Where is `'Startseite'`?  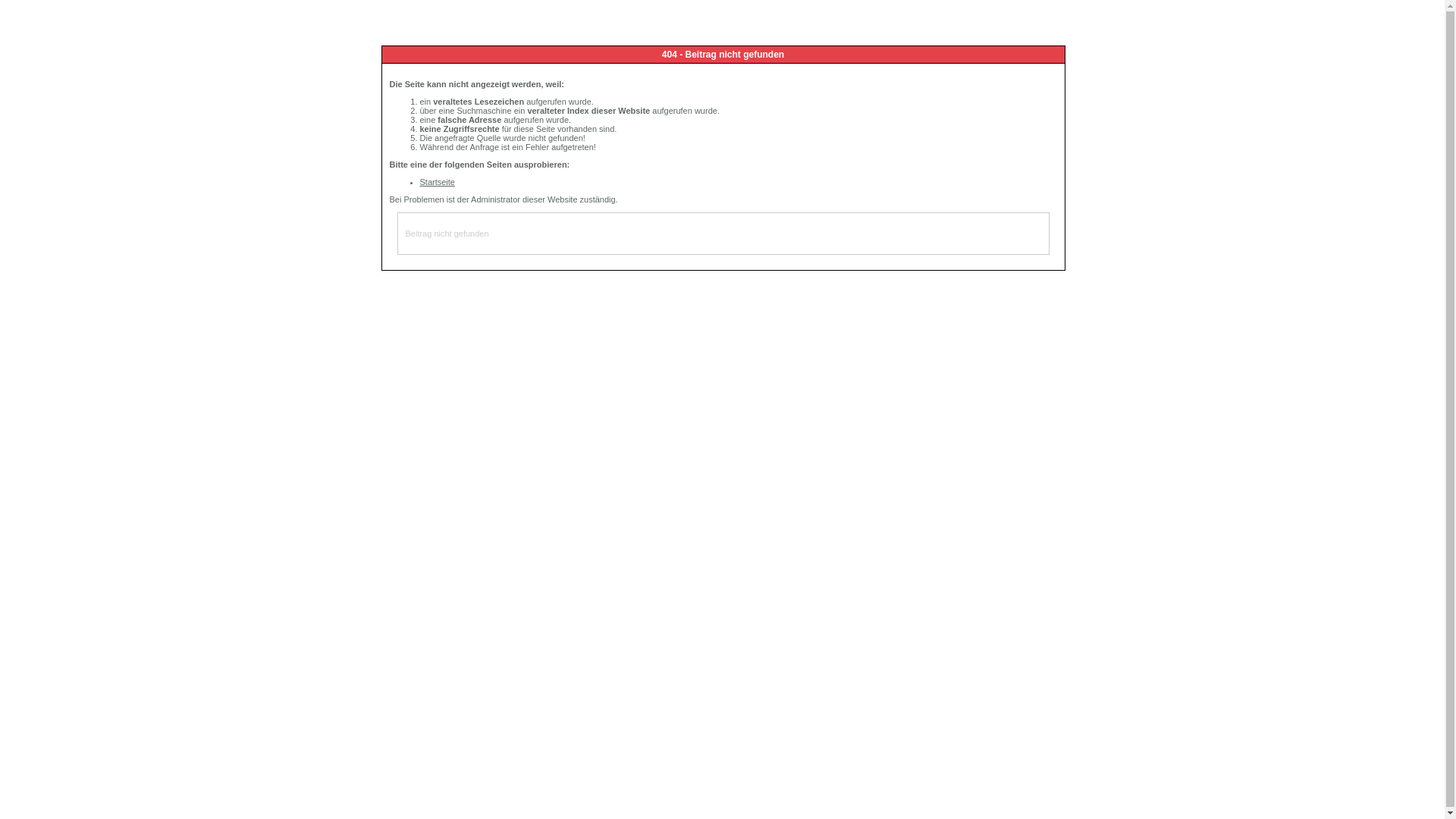 'Startseite' is located at coordinates (436, 180).